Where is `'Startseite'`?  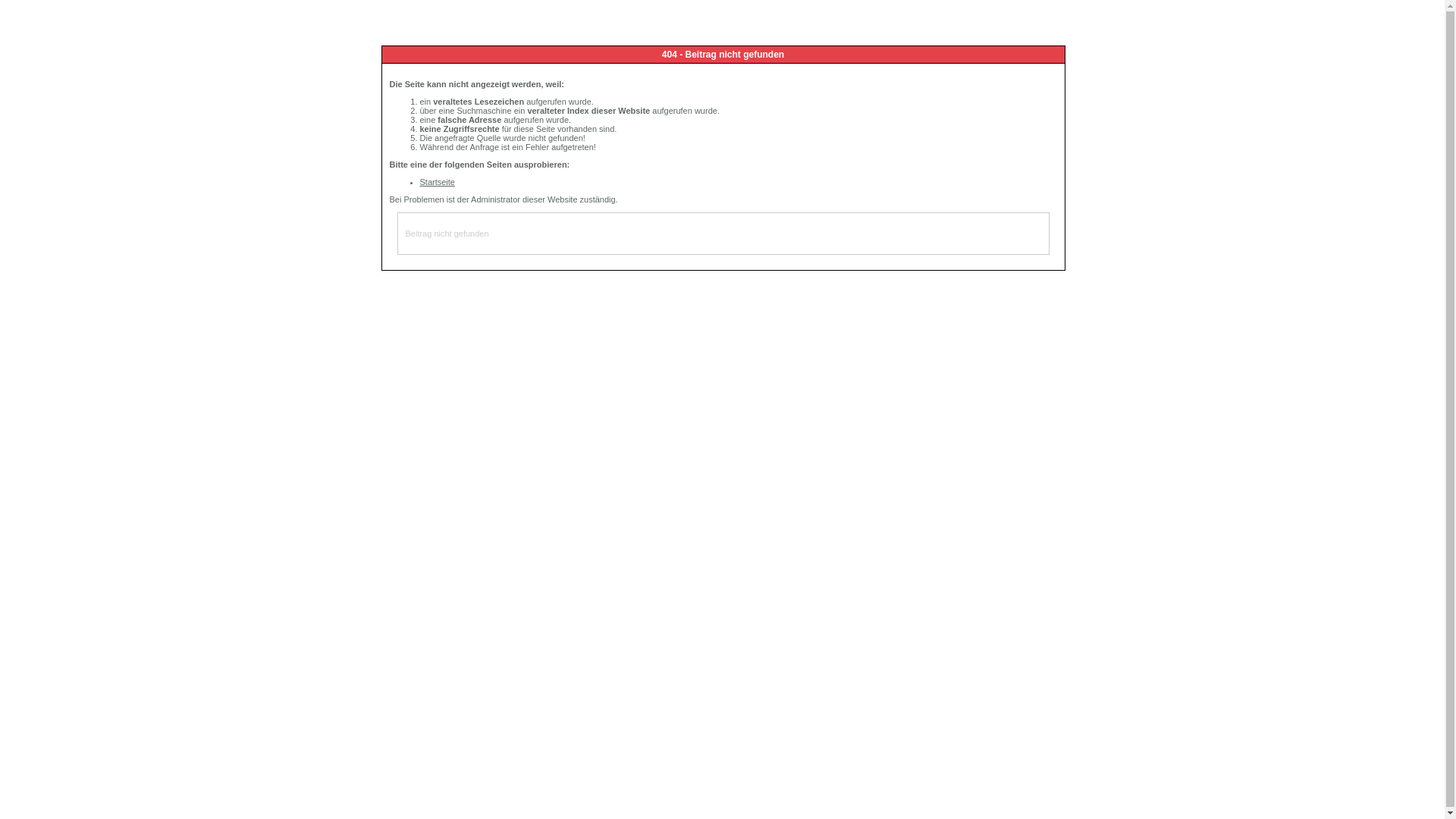 'Startseite' is located at coordinates (436, 180).